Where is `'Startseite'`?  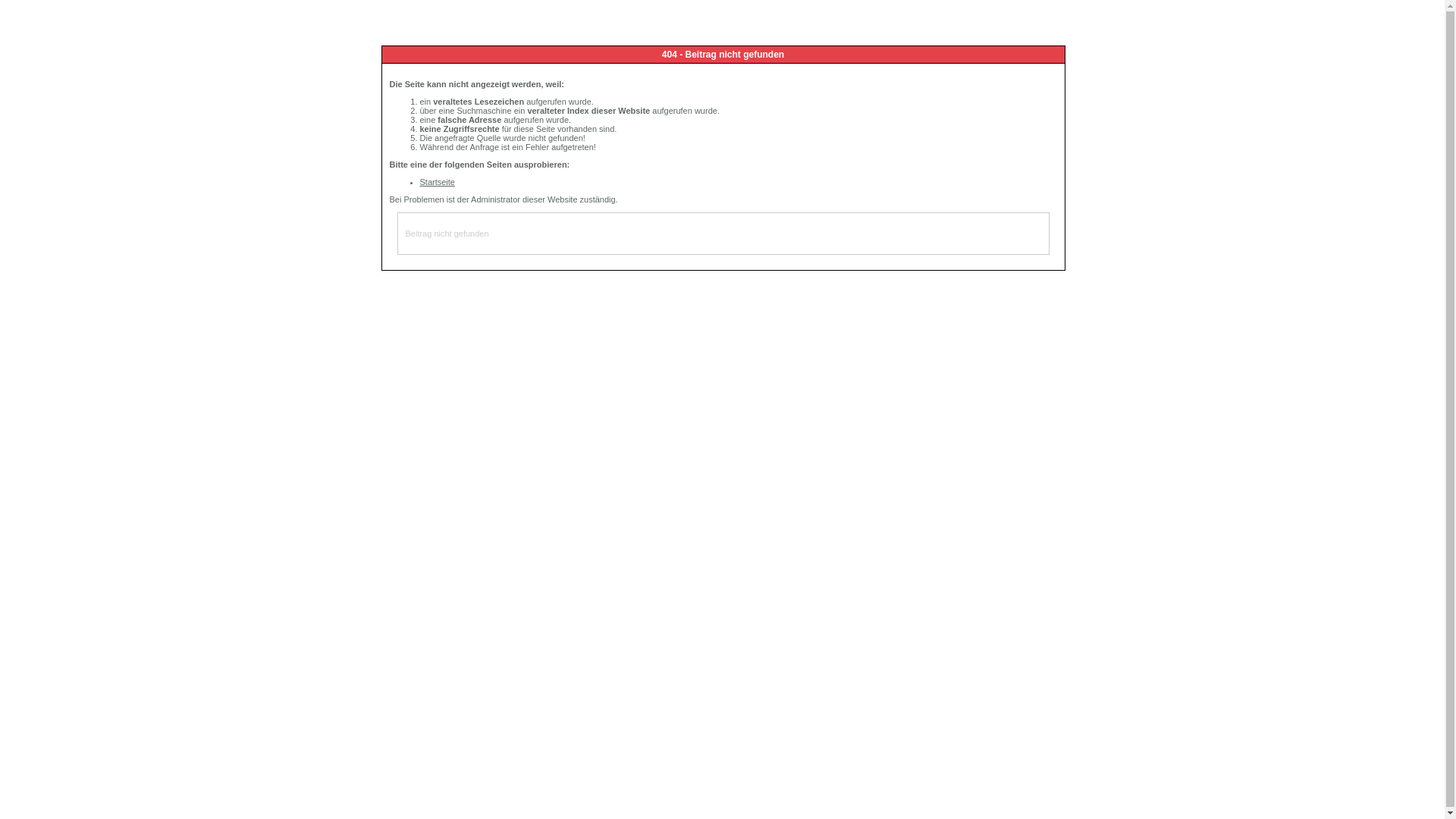 'Startseite' is located at coordinates (436, 180).